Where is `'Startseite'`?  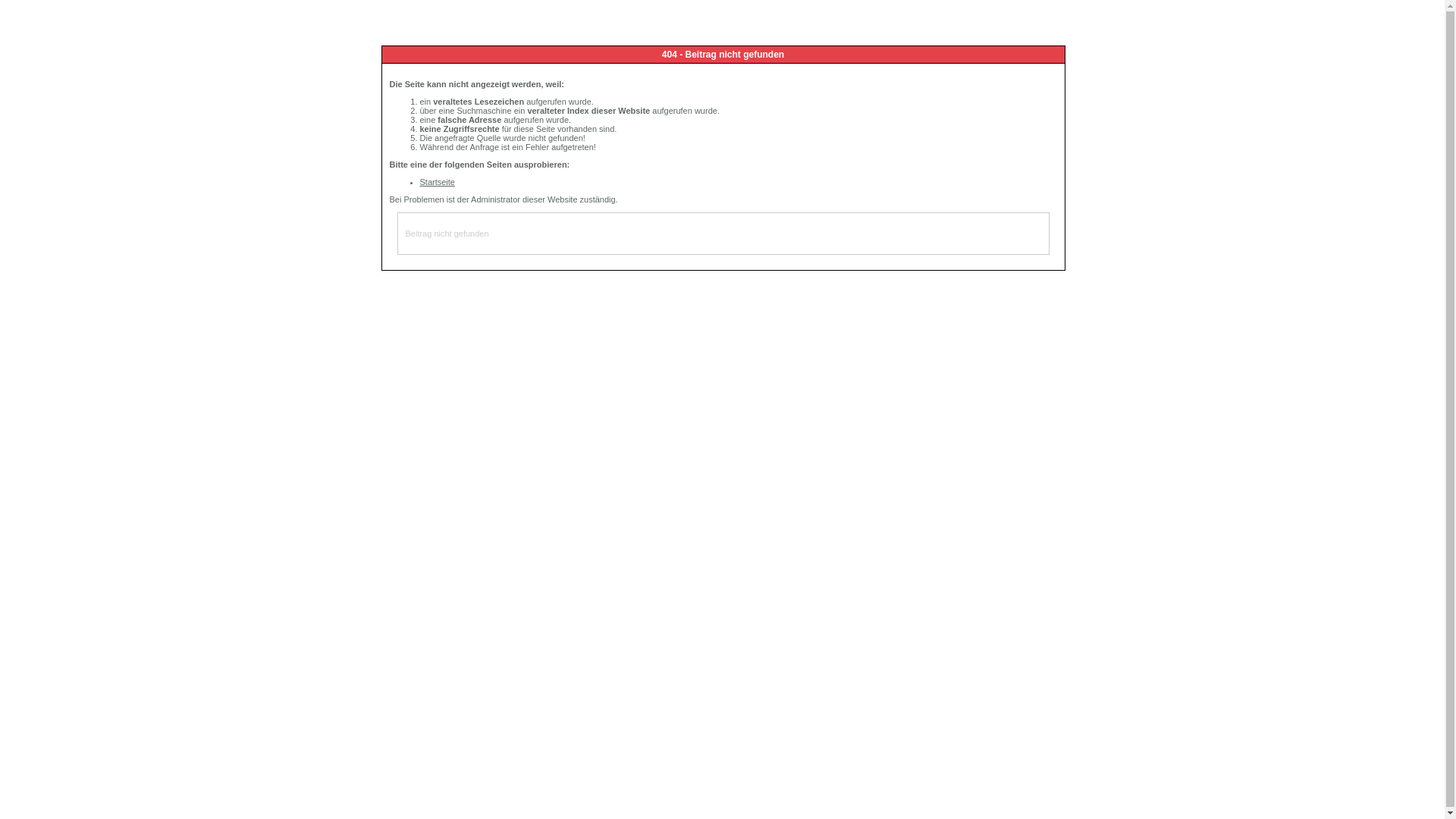 'Startseite' is located at coordinates (436, 180).